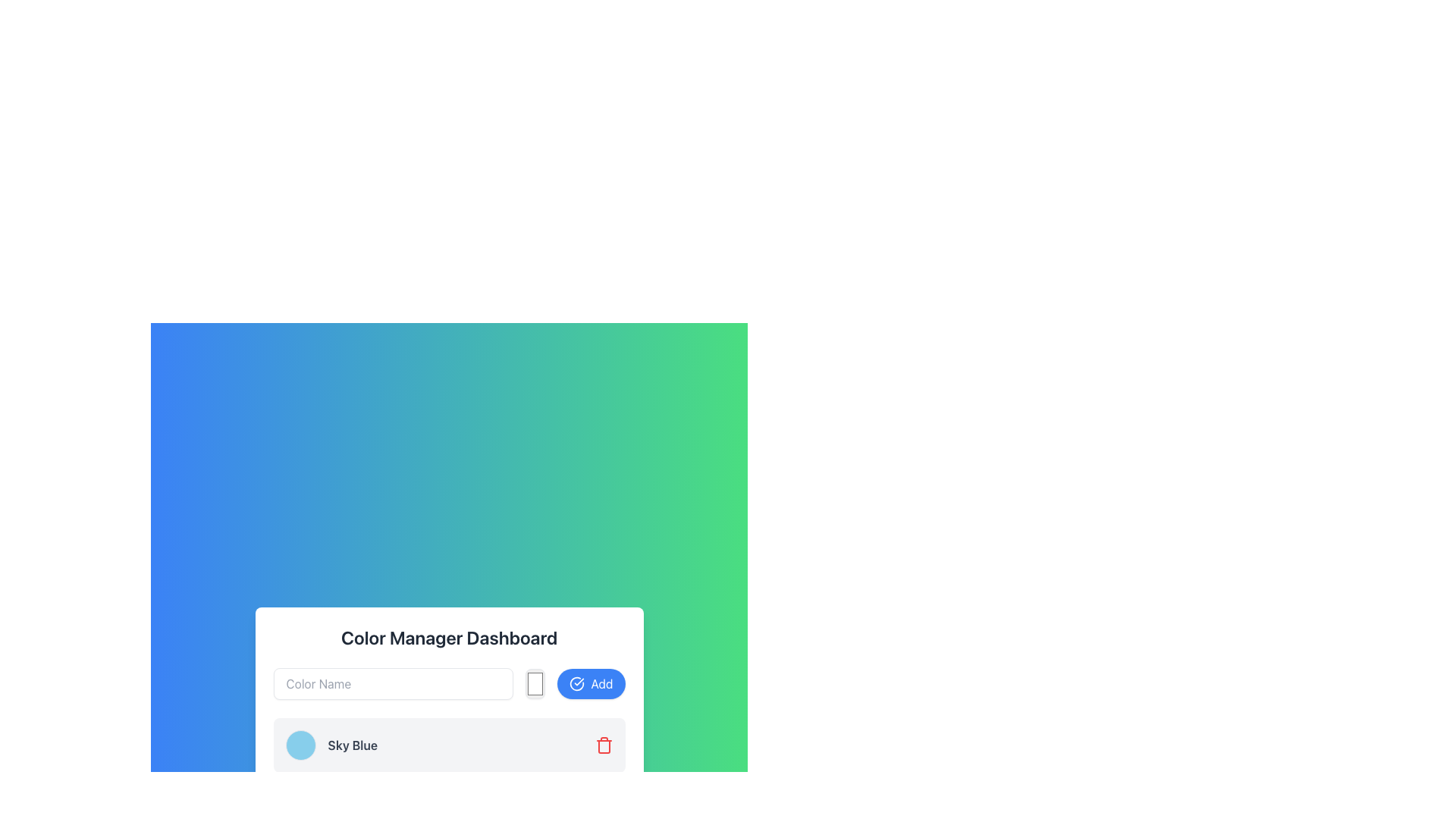 Image resolution: width=1456 pixels, height=819 pixels. What do you see at coordinates (590, 684) in the screenshot?
I see `the button that adds a specified color to the list` at bounding box center [590, 684].